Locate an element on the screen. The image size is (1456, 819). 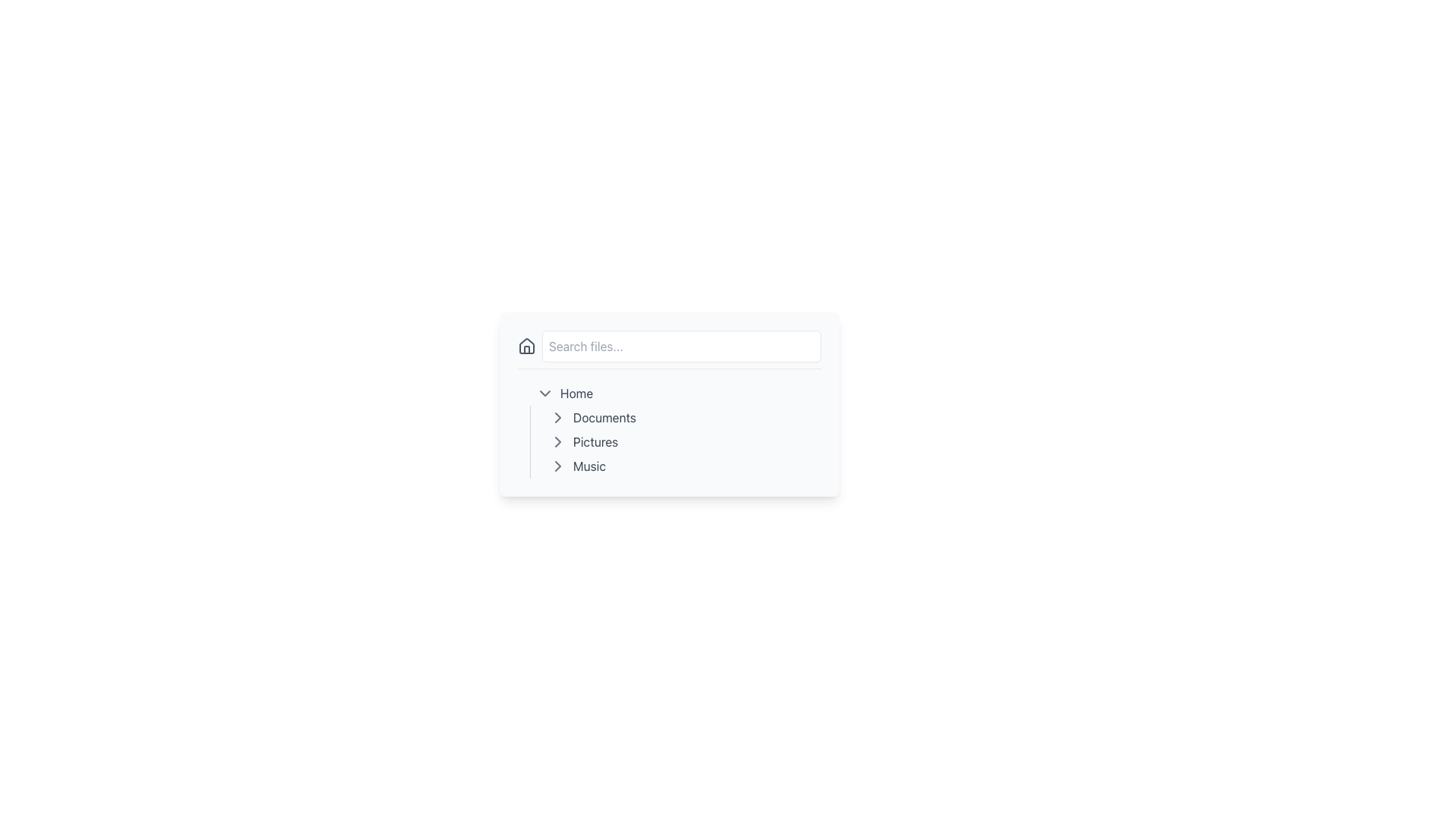
the static text label displaying 'Pictures', which is part of the file navigation component located beneath 'Documents' and above 'Music' is located at coordinates (595, 441).